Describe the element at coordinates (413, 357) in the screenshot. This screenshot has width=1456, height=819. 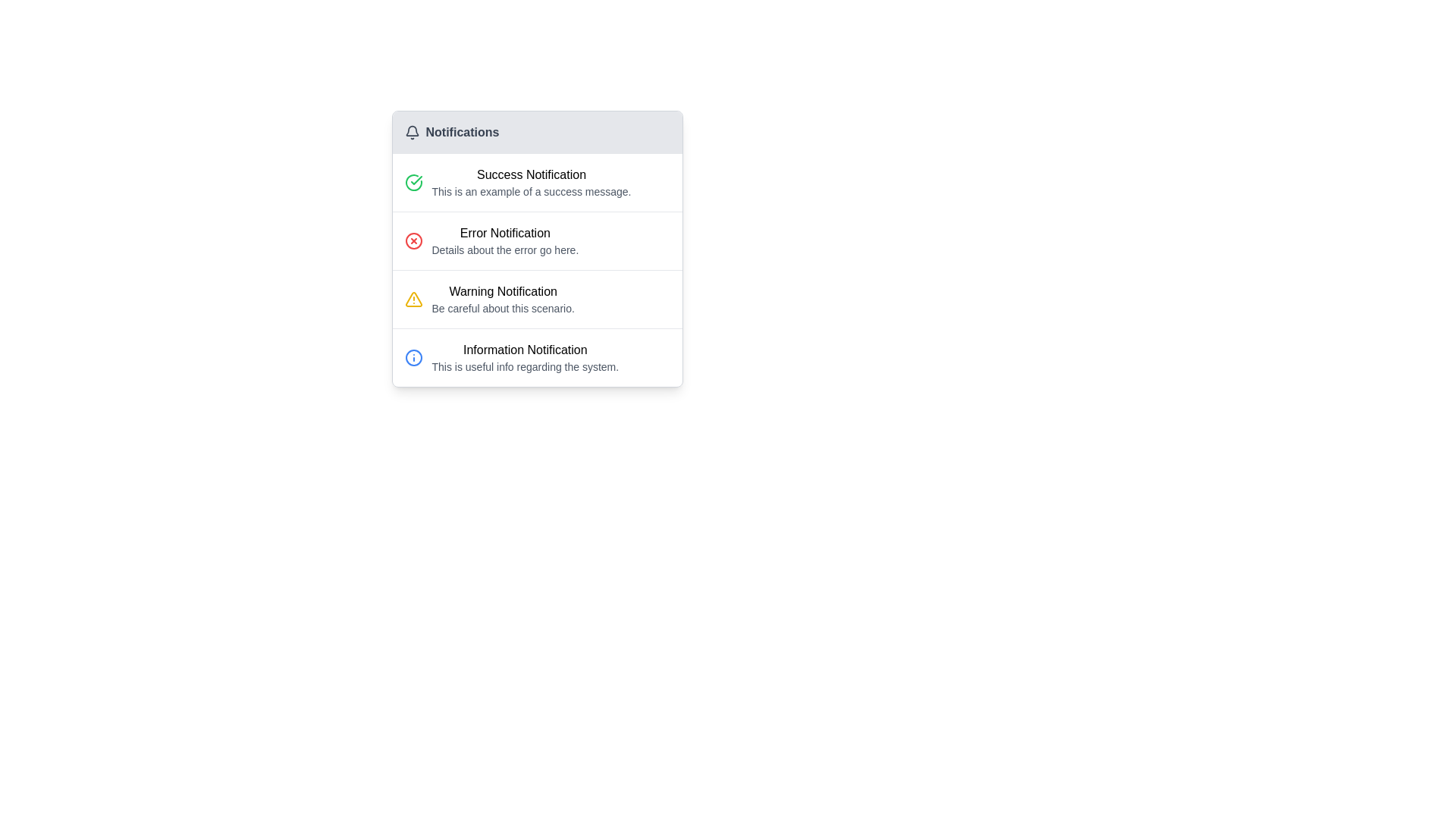
I see `the SVG Circle Element with a blue outline in the 'Information Notification' row of the notification list` at that location.